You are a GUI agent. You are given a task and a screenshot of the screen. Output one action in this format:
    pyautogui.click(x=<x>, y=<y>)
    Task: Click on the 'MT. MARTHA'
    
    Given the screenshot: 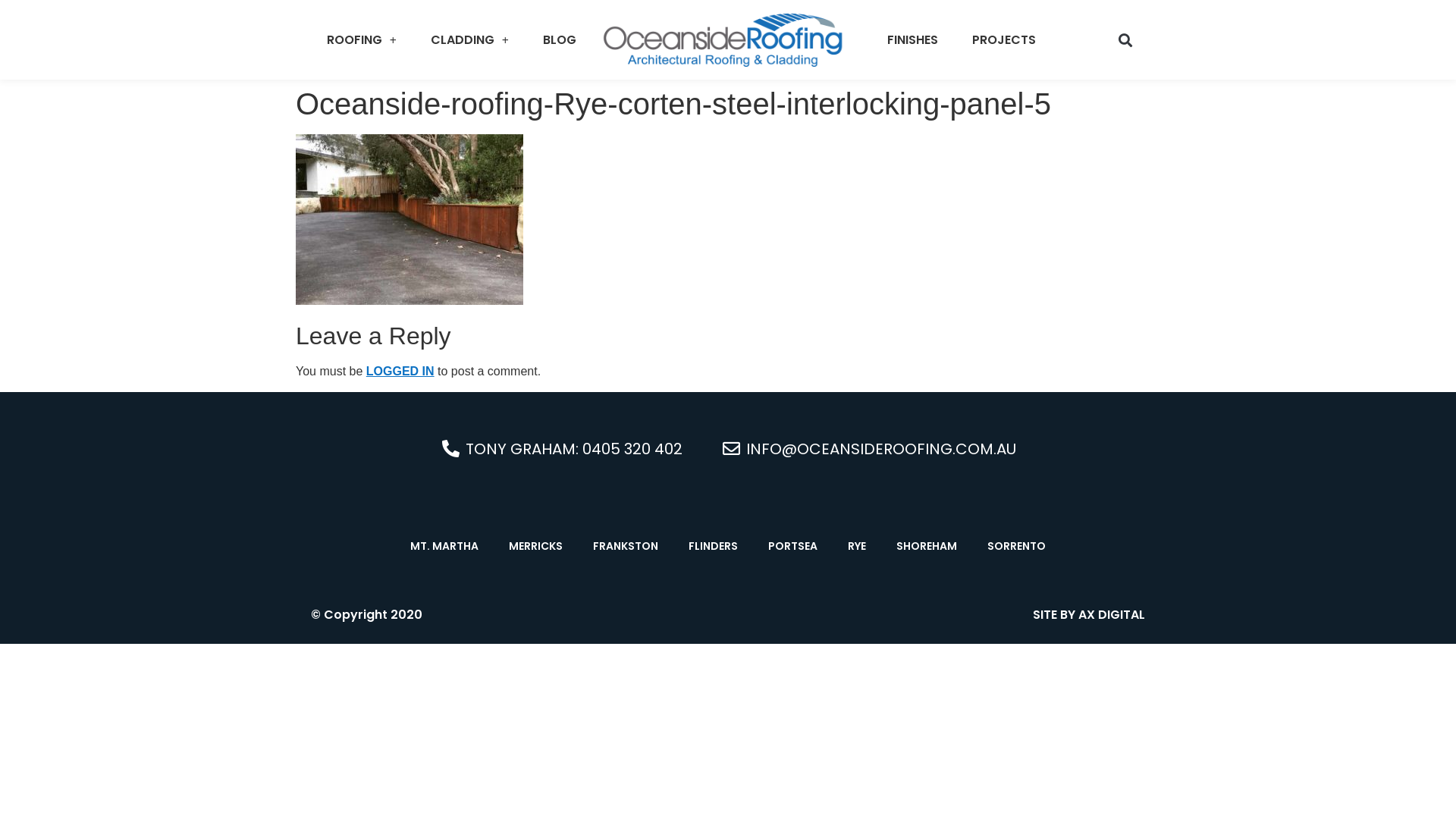 What is the action you would take?
    pyautogui.click(x=443, y=546)
    